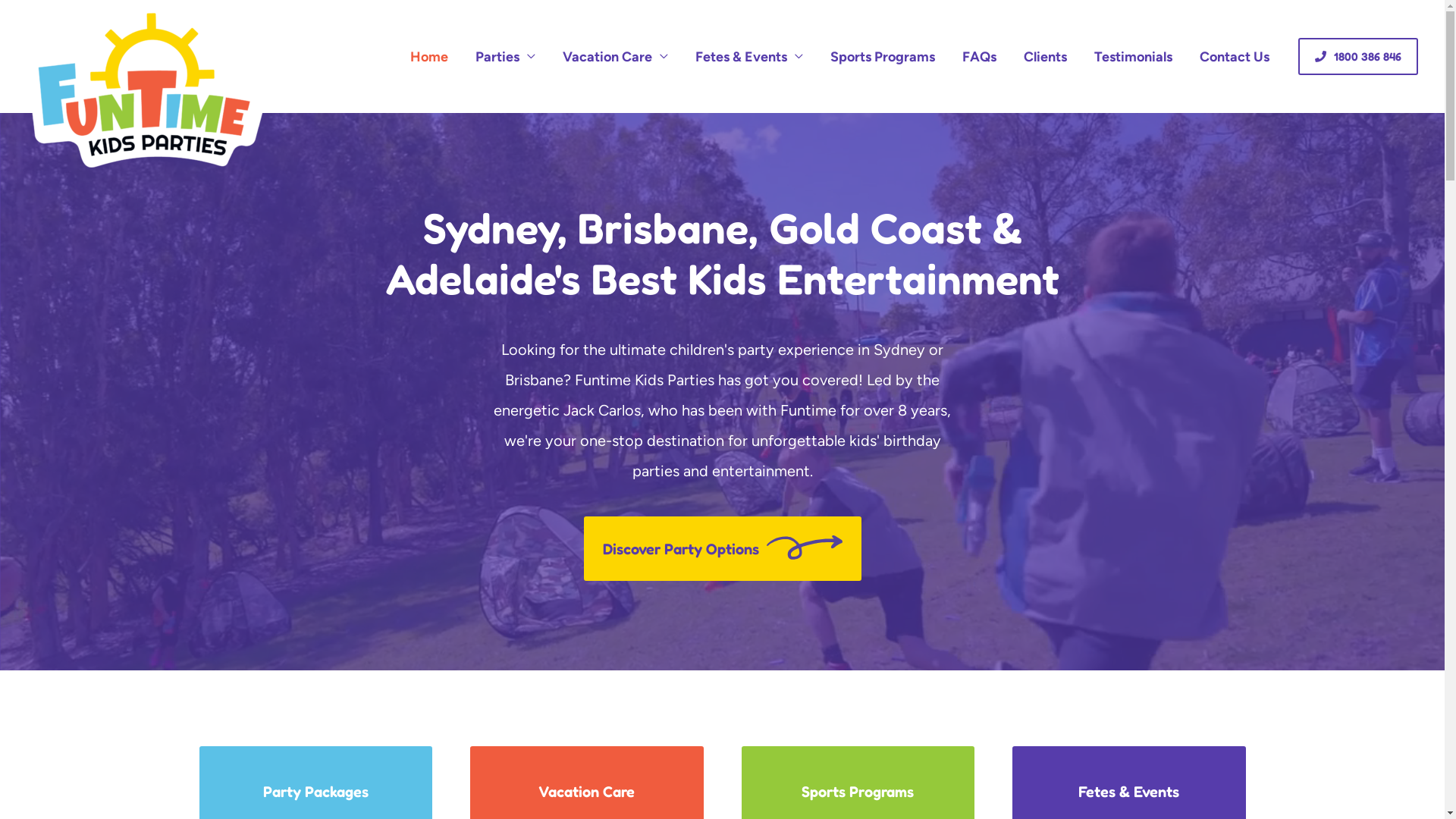 Image resolution: width=1456 pixels, height=819 pixels. Describe the element at coordinates (428, 55) in the screenshot. I see `'Home'` at that location.